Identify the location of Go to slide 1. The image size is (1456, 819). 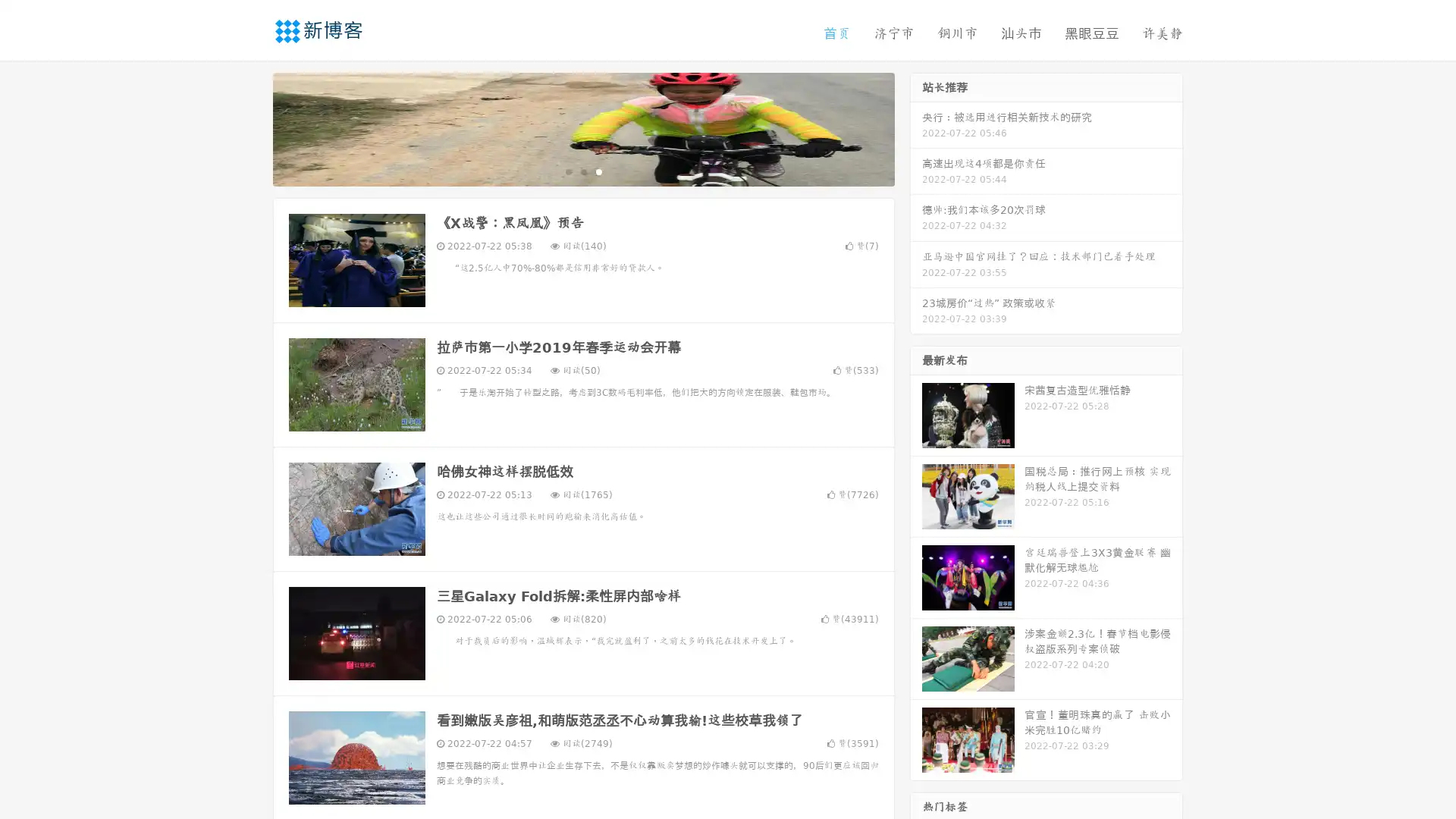
(567, 171).